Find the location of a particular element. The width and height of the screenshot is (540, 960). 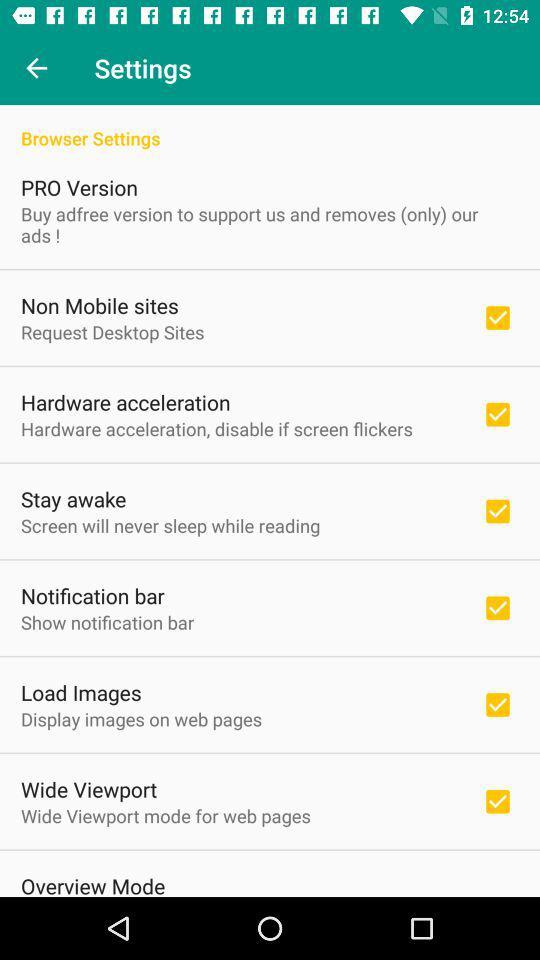

pro version item is located at coordinates (78, 187).